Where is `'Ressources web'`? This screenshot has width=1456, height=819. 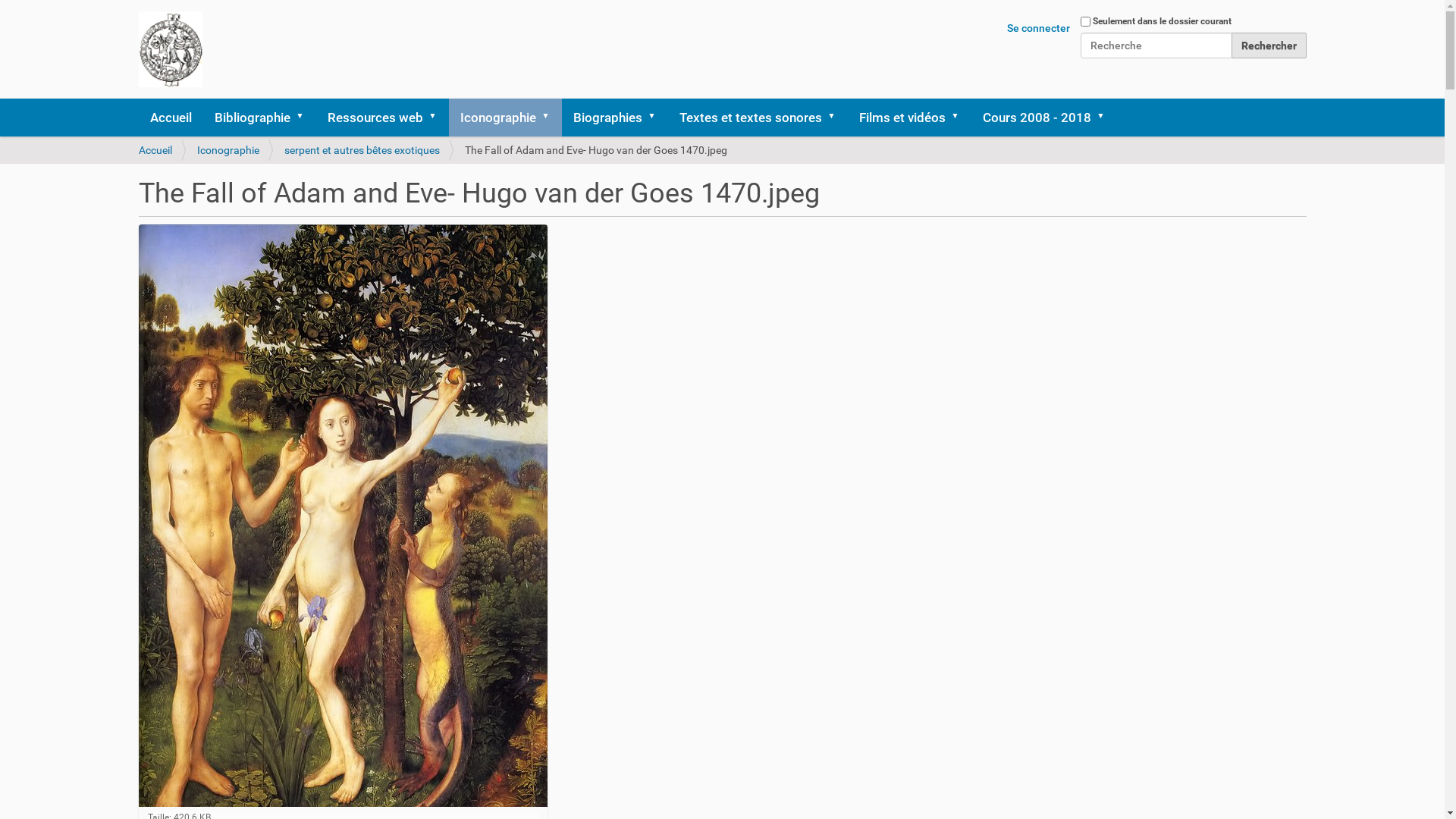 'Ressources web' is located at coordinates (381, 116).